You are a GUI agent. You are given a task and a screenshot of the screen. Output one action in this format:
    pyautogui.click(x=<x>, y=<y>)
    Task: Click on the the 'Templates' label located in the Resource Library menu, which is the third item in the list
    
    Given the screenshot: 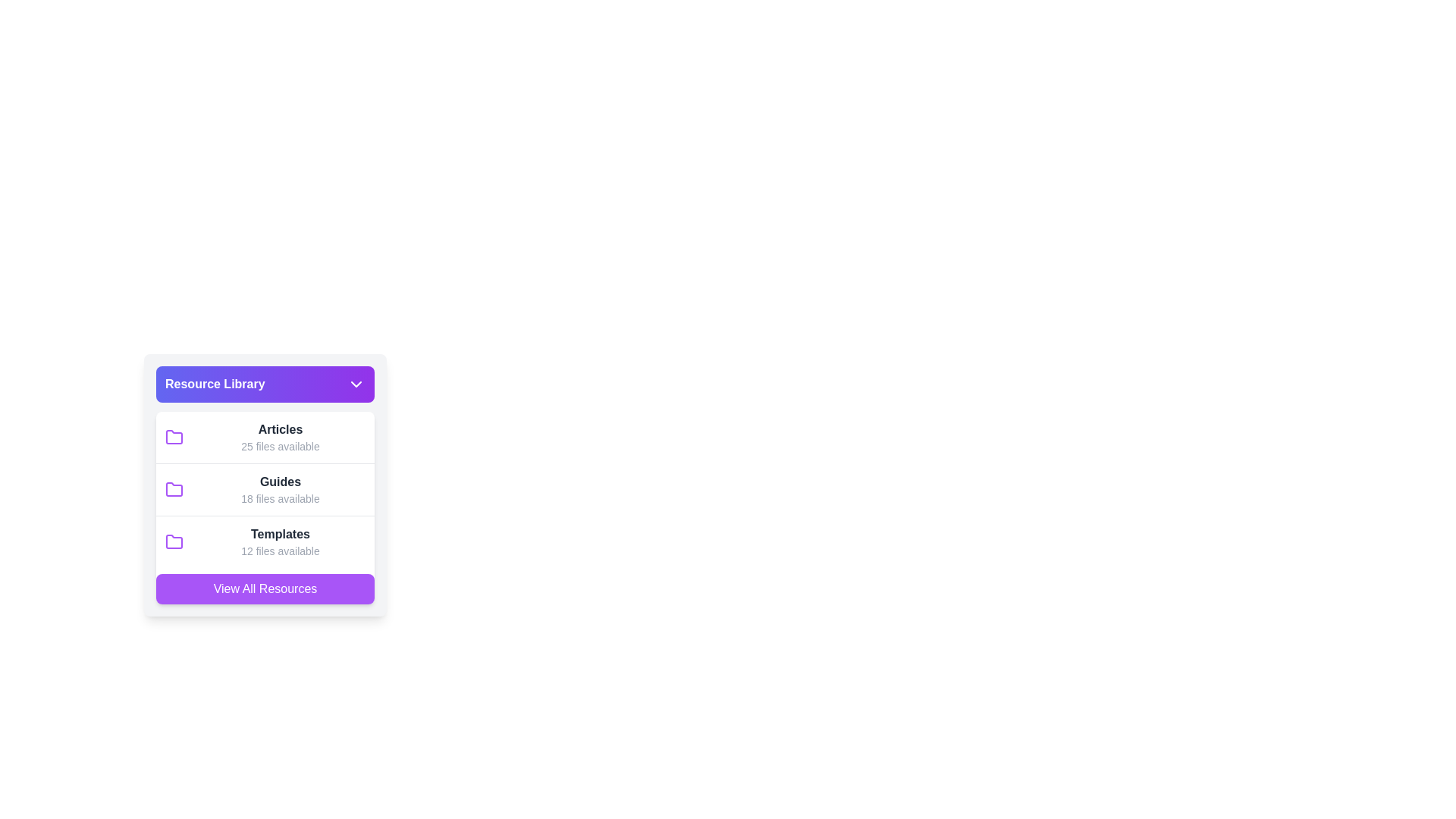 What is the action you would take?
    pyautogui.click(x=280, y=534)
    